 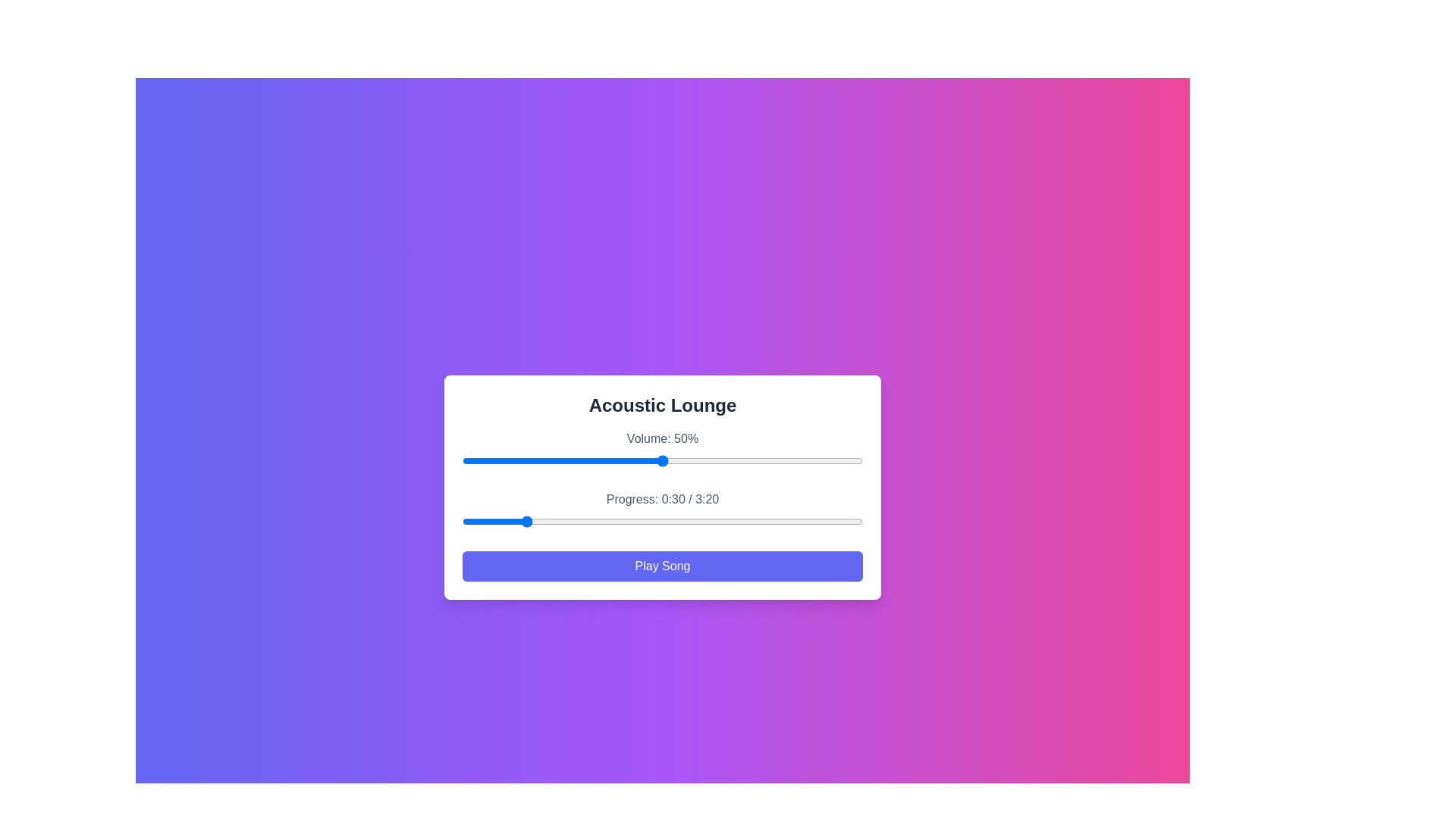 What do you see at coordinates (706, 460) in the screenshot?
I see `the volume to 61% by interacting with the slider` at bounding box center [706, 460].